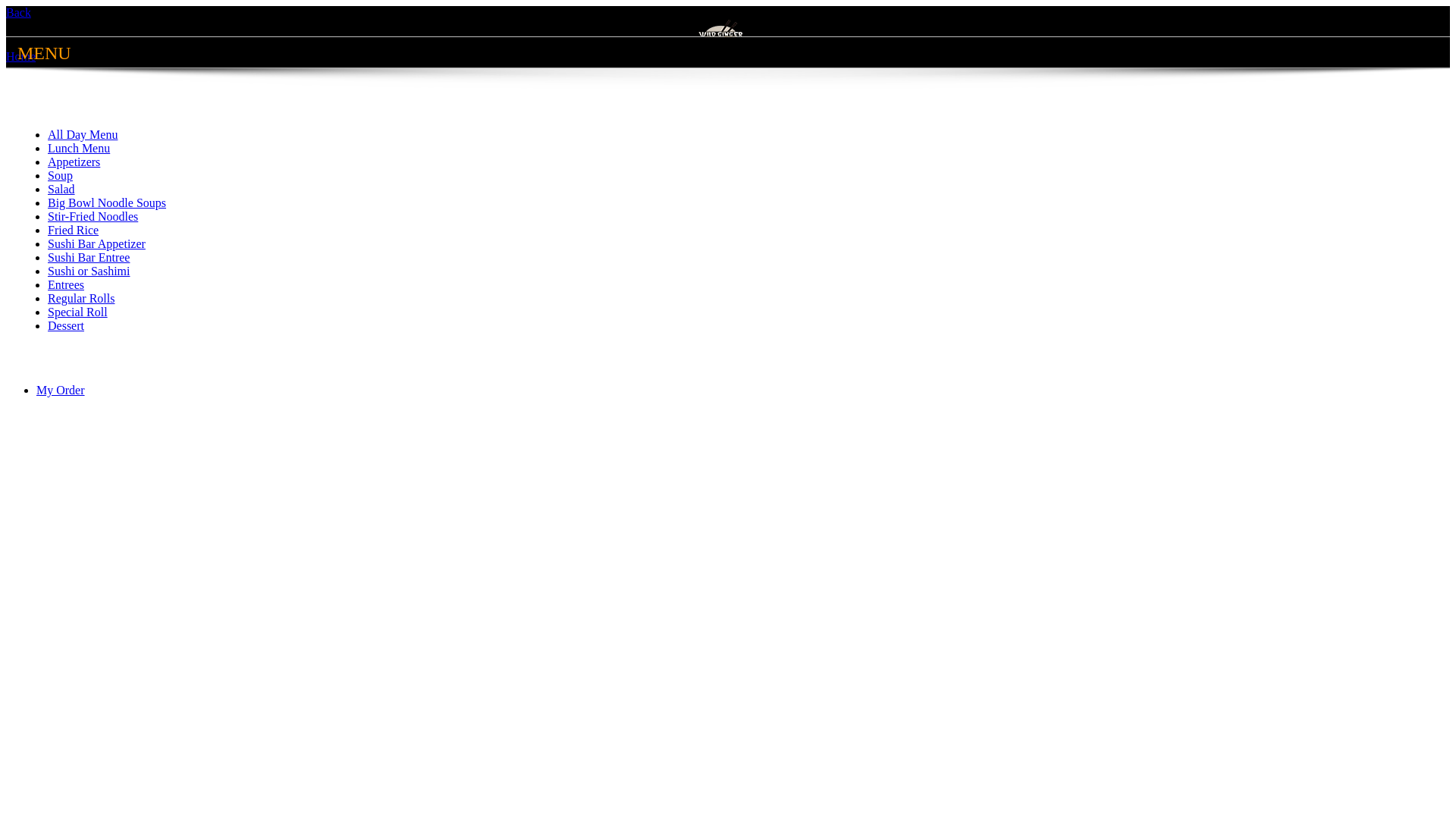  What do you see at coordinates (77, 311) in the screenshot?
I see `'Special Roll'` at bounding box center [77, 311].